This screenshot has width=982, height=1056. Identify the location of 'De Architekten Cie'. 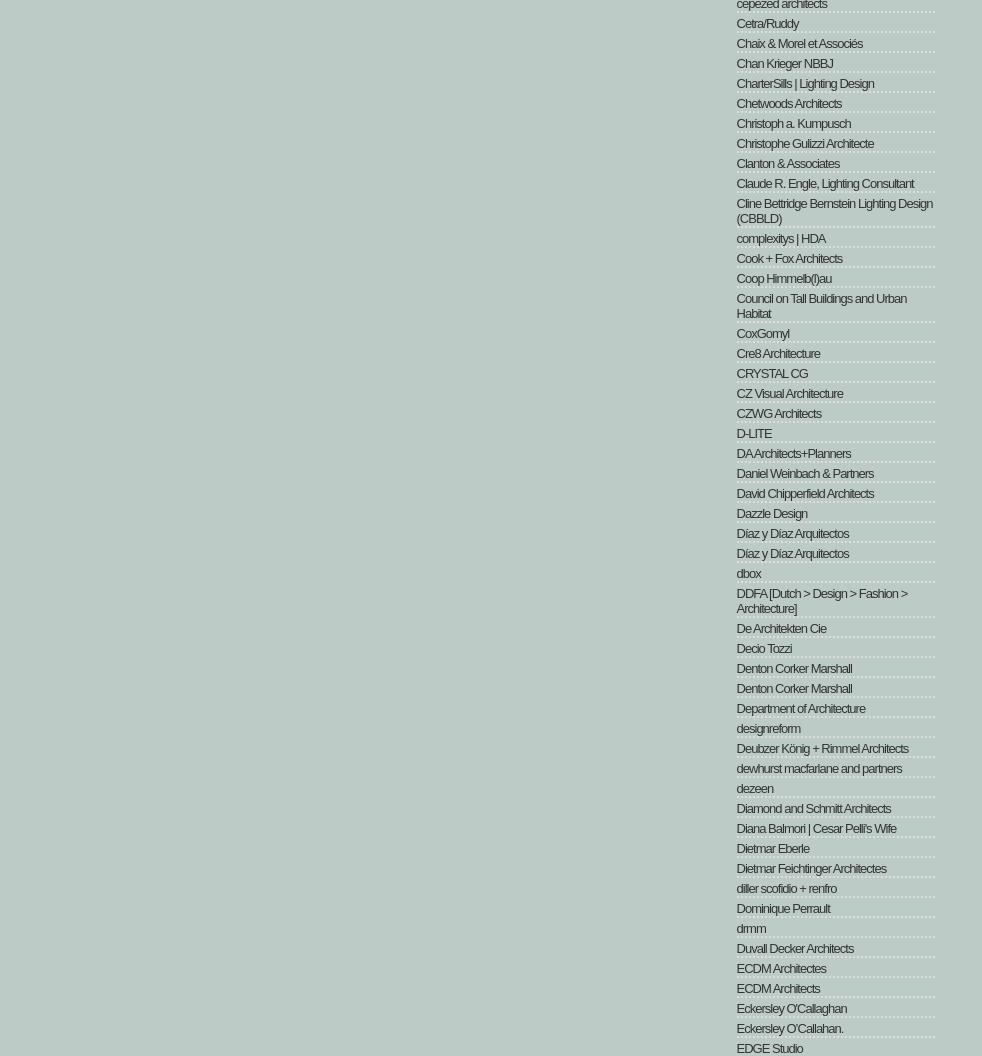
(780, 627).